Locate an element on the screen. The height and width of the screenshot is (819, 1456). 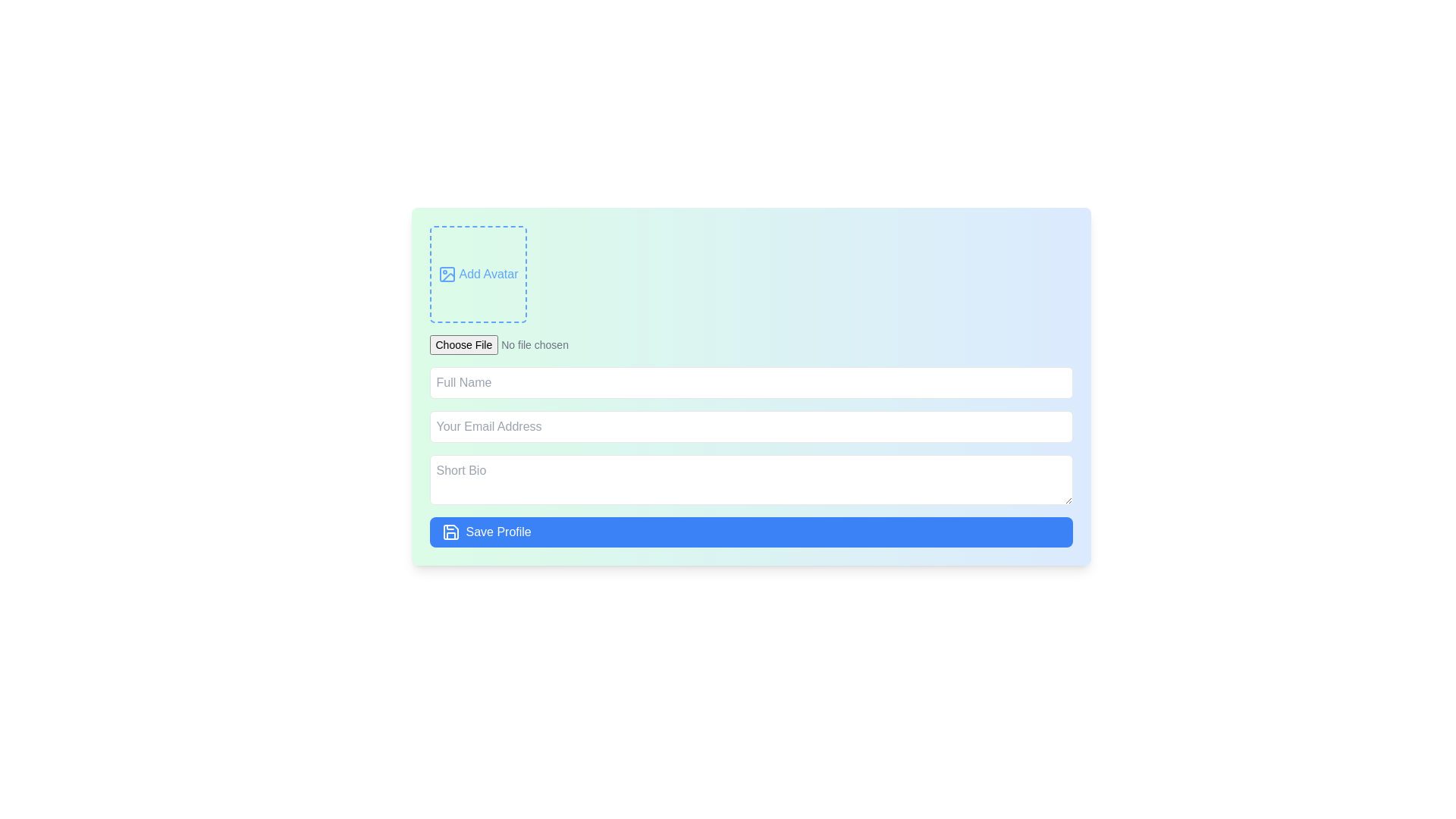
the 'Save' icon, which is a white floppy disk located to the left of the blue 'Save Profile' button near the bottom center of the interface is located at coordinates (450, 532).